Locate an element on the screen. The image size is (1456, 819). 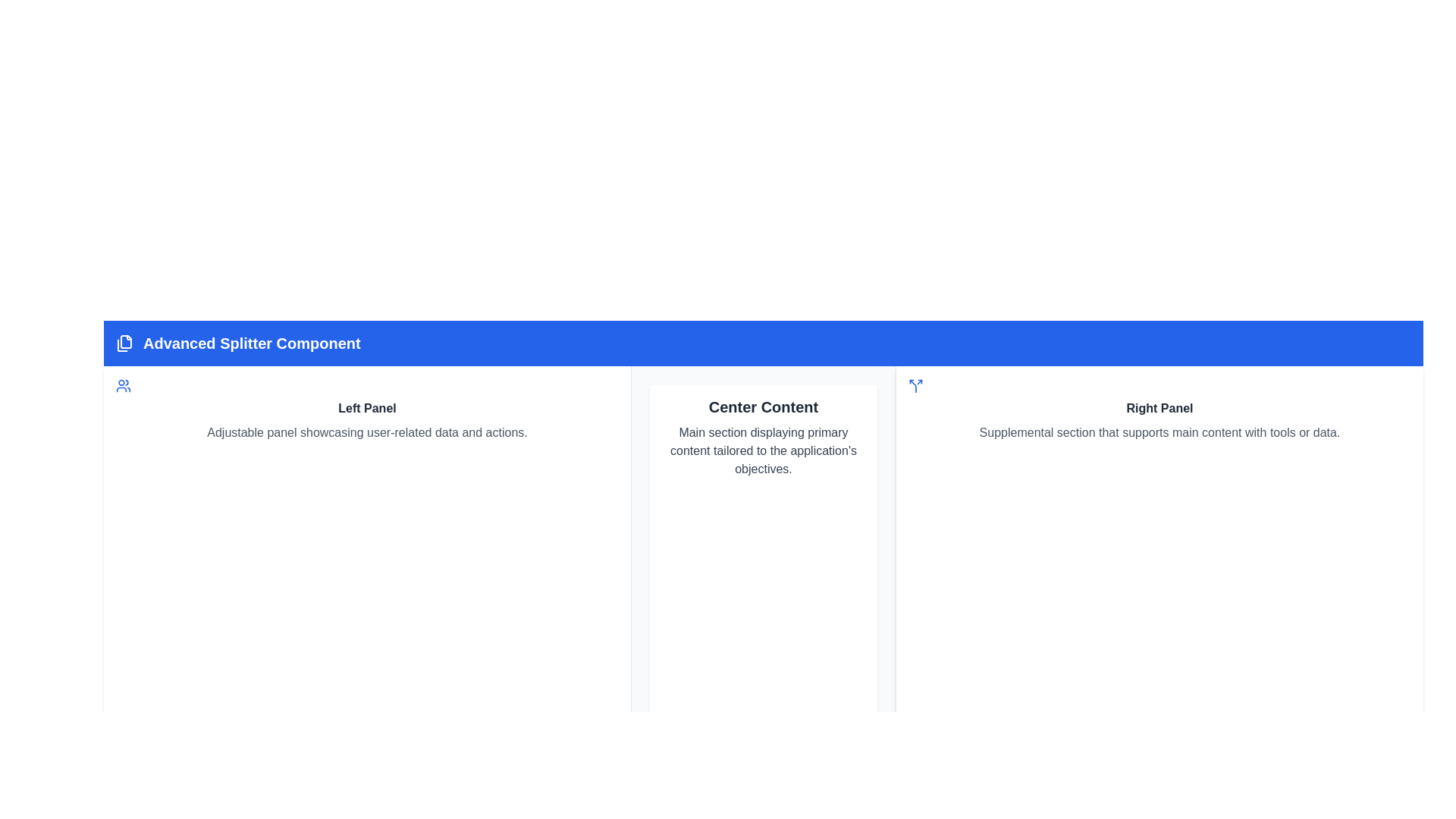
the Text label in the blue header bar that indicates the current page or section (Advanced Splitter Component) is located at coordinates (252, 343).